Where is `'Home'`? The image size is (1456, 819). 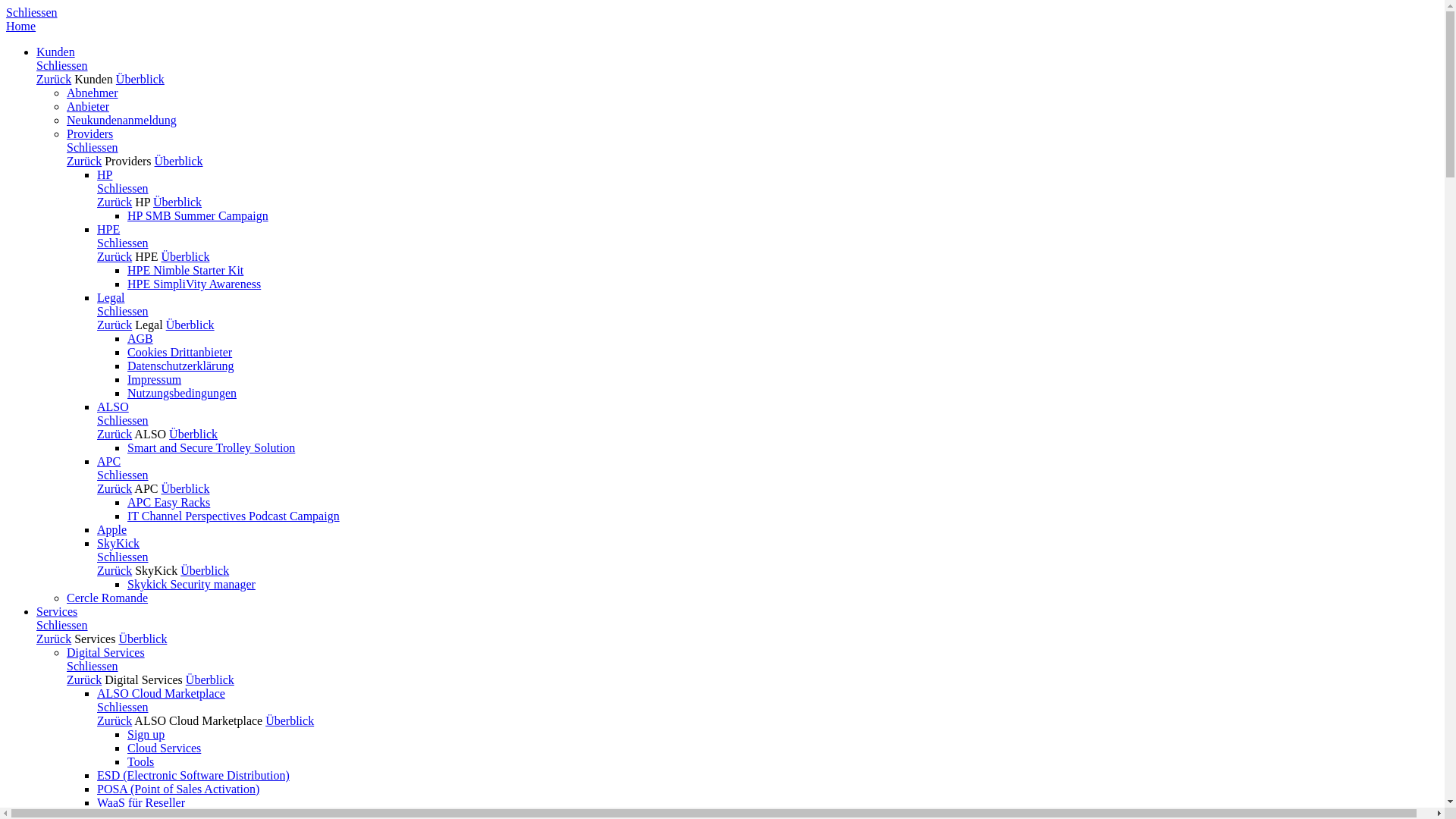 'Home' is located at coordinates (20, 26).